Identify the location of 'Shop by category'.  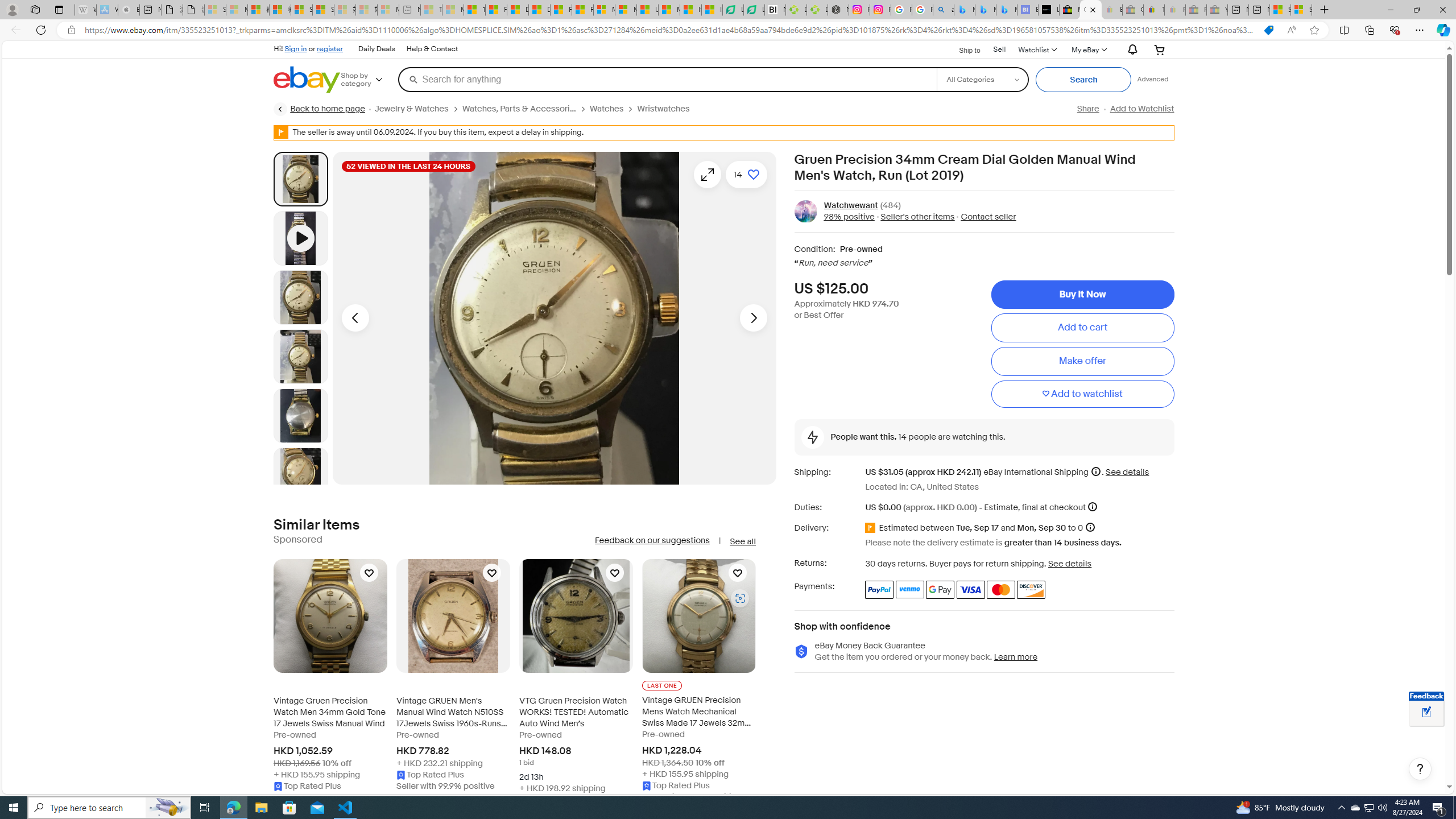
(369, 78).